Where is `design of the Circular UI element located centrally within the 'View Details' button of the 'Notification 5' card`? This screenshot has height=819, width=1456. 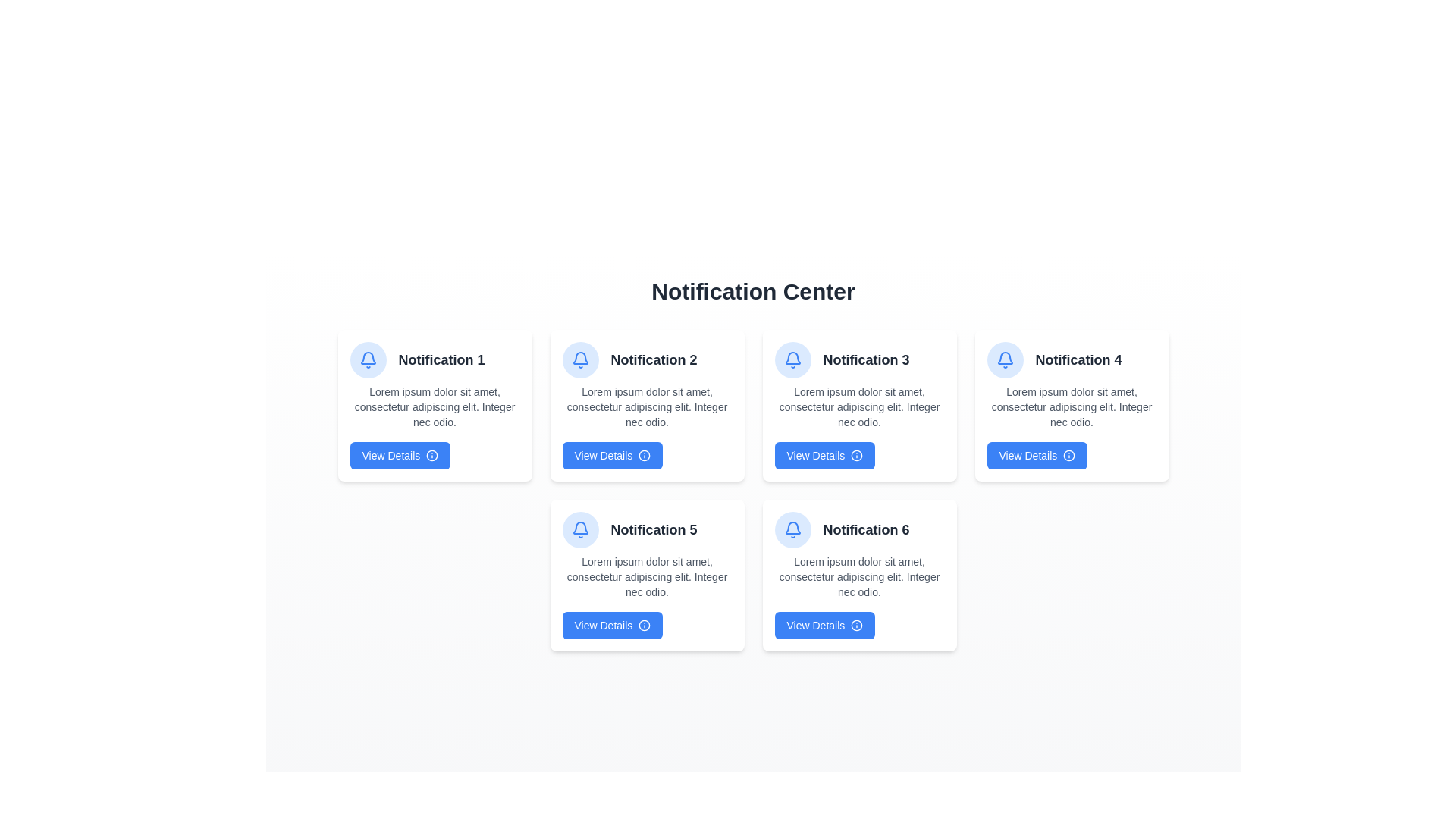
design of the Circular UI element located centrally within the 'View Details' button of the 'Notification 5' card is located at coordinates (645, 626).